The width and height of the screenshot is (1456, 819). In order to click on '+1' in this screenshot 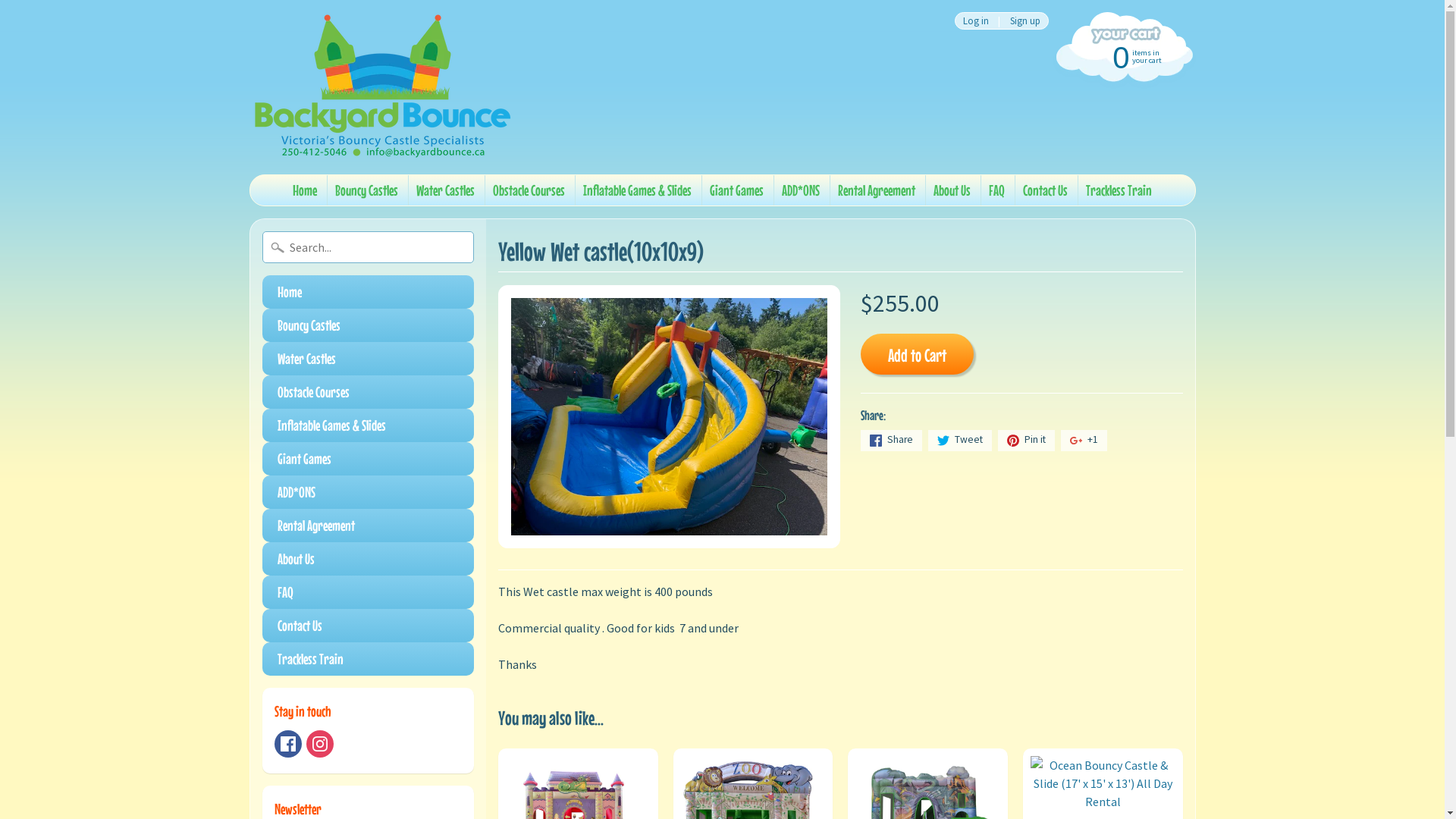, I will do `click(1083, 441)`.